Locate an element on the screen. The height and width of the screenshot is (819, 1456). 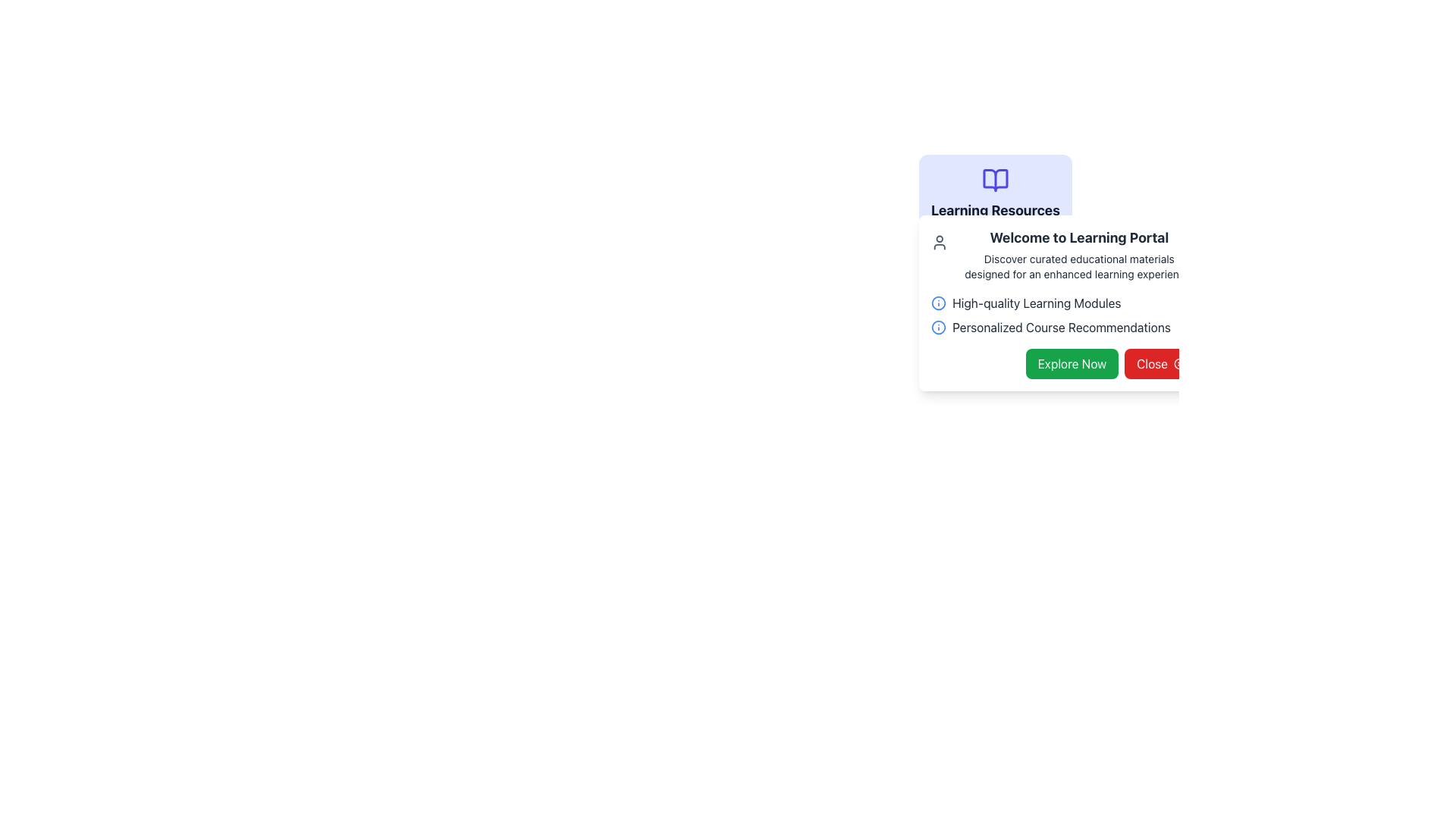
the open book icon located at the top center of the card labeled 'Learning Resources' is located at coordinates (995, 180).